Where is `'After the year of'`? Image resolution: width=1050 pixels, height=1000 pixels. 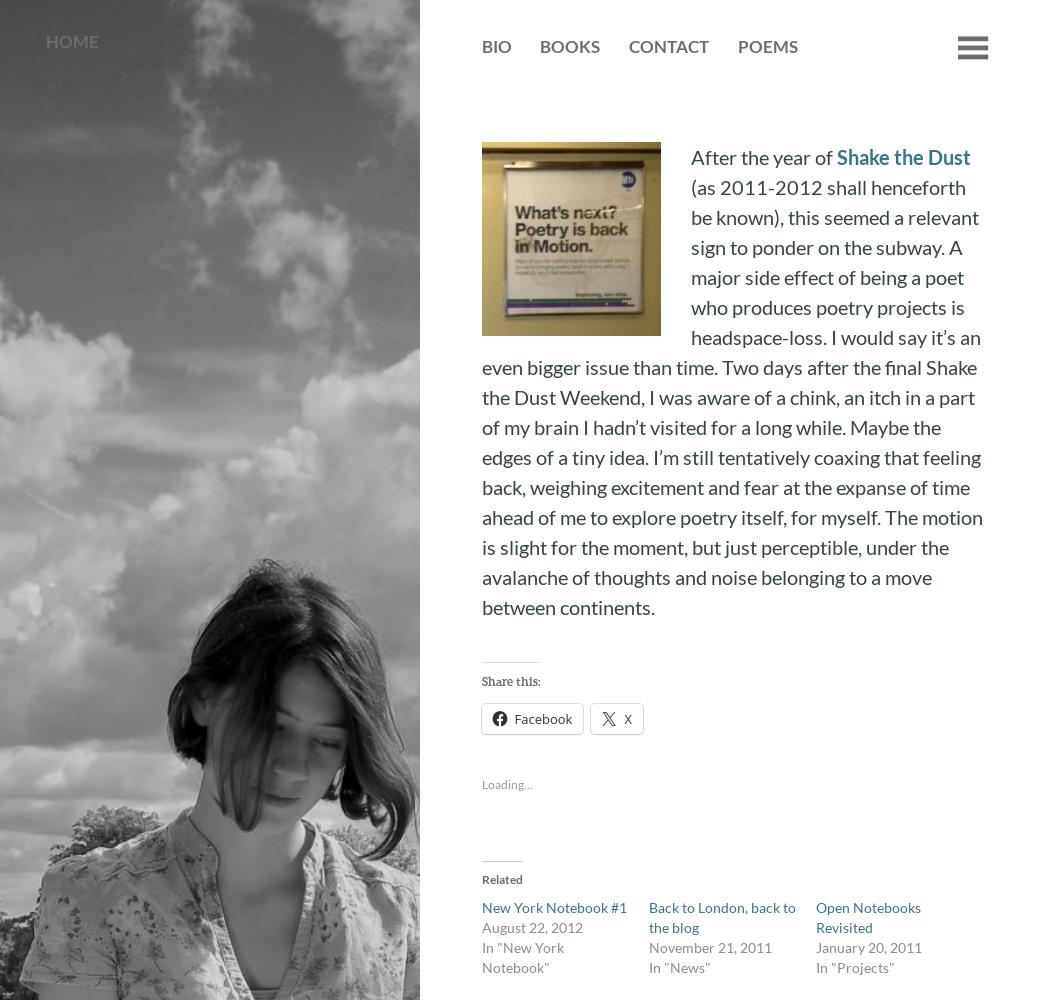 'After the year of' is located at coordinates (763, 157).